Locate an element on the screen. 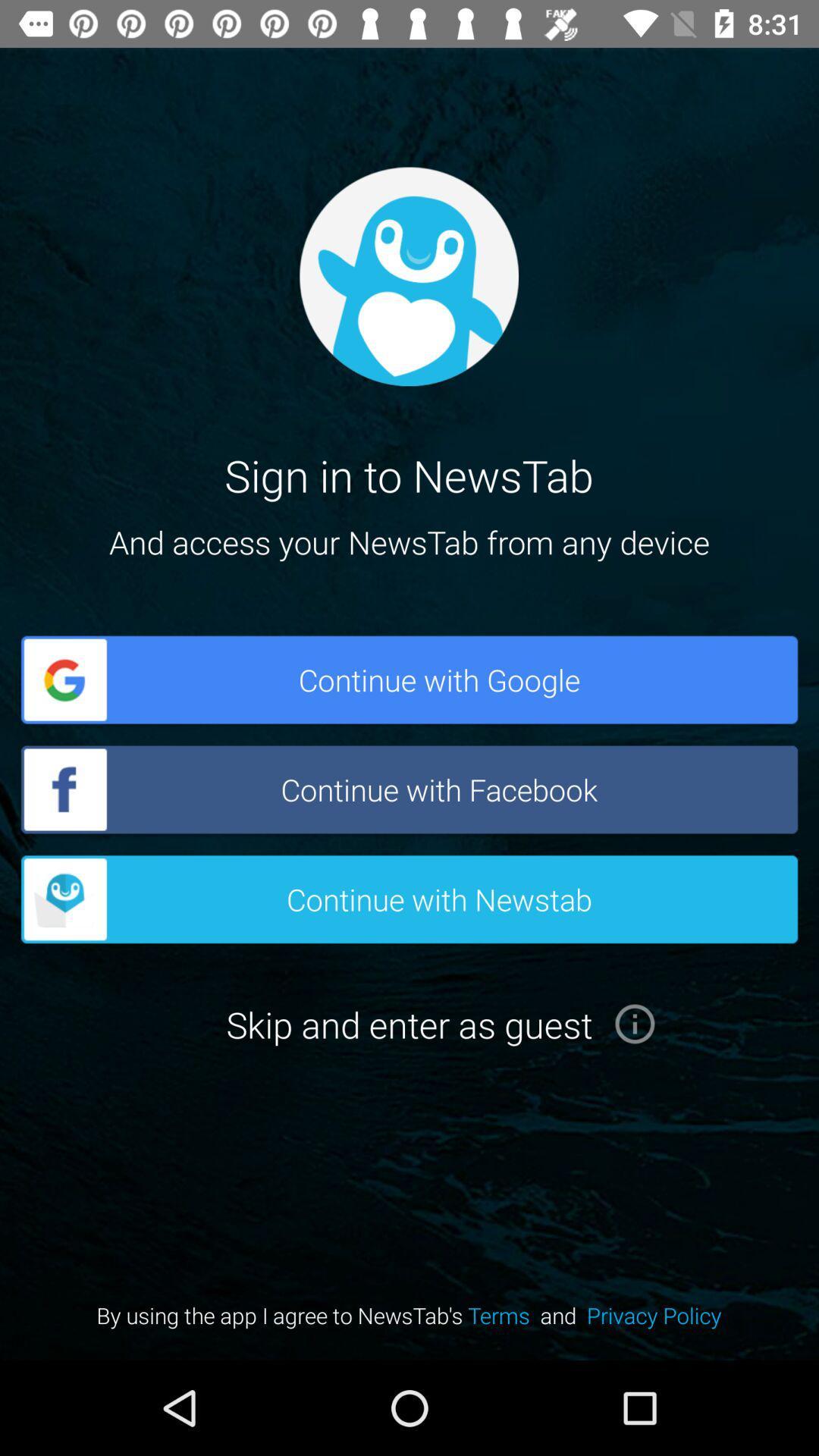  the info icon is located at coordinates (635, 1024).